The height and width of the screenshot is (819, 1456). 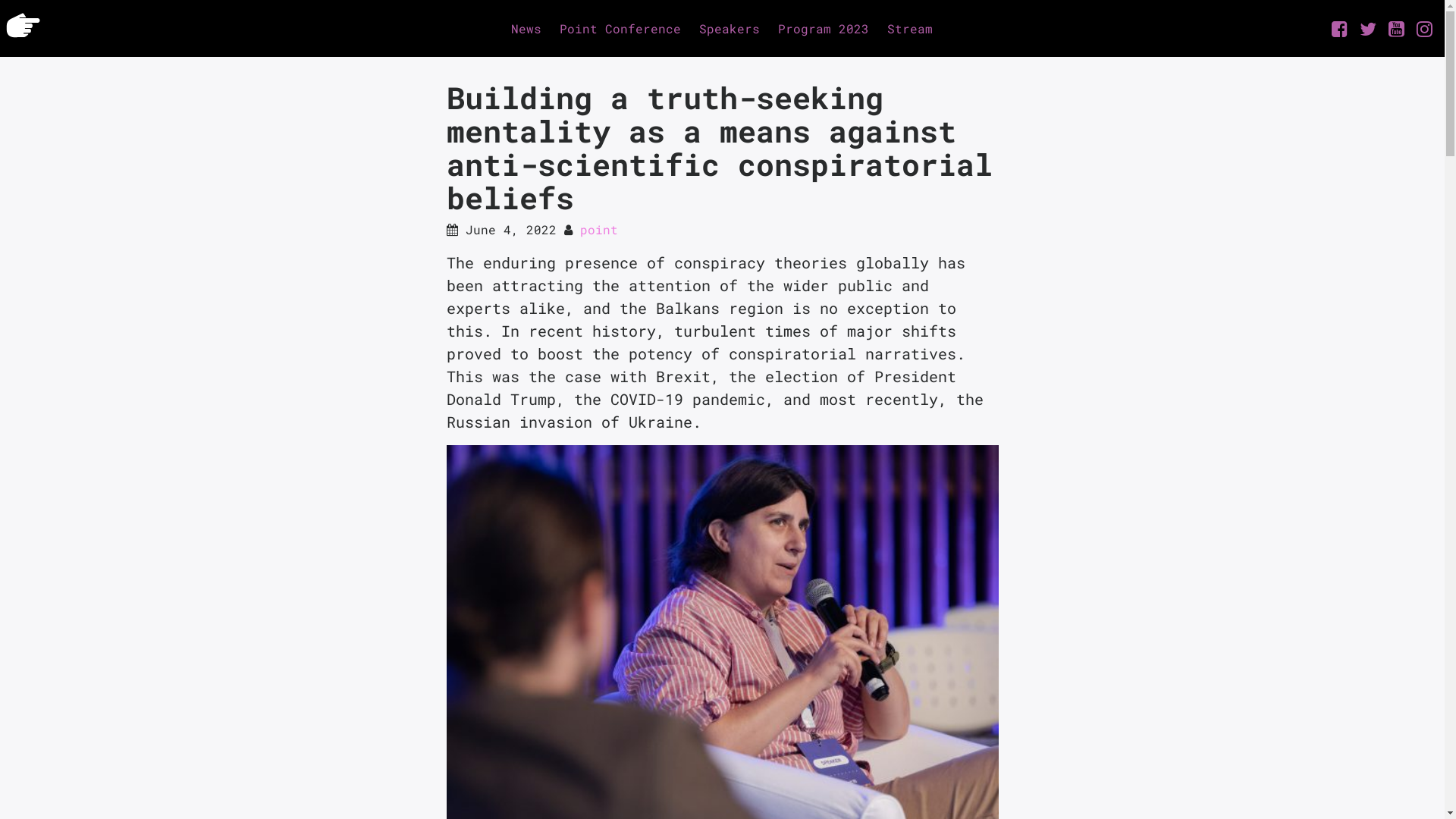 I want to click on 'News', so click(x=502, y=28).